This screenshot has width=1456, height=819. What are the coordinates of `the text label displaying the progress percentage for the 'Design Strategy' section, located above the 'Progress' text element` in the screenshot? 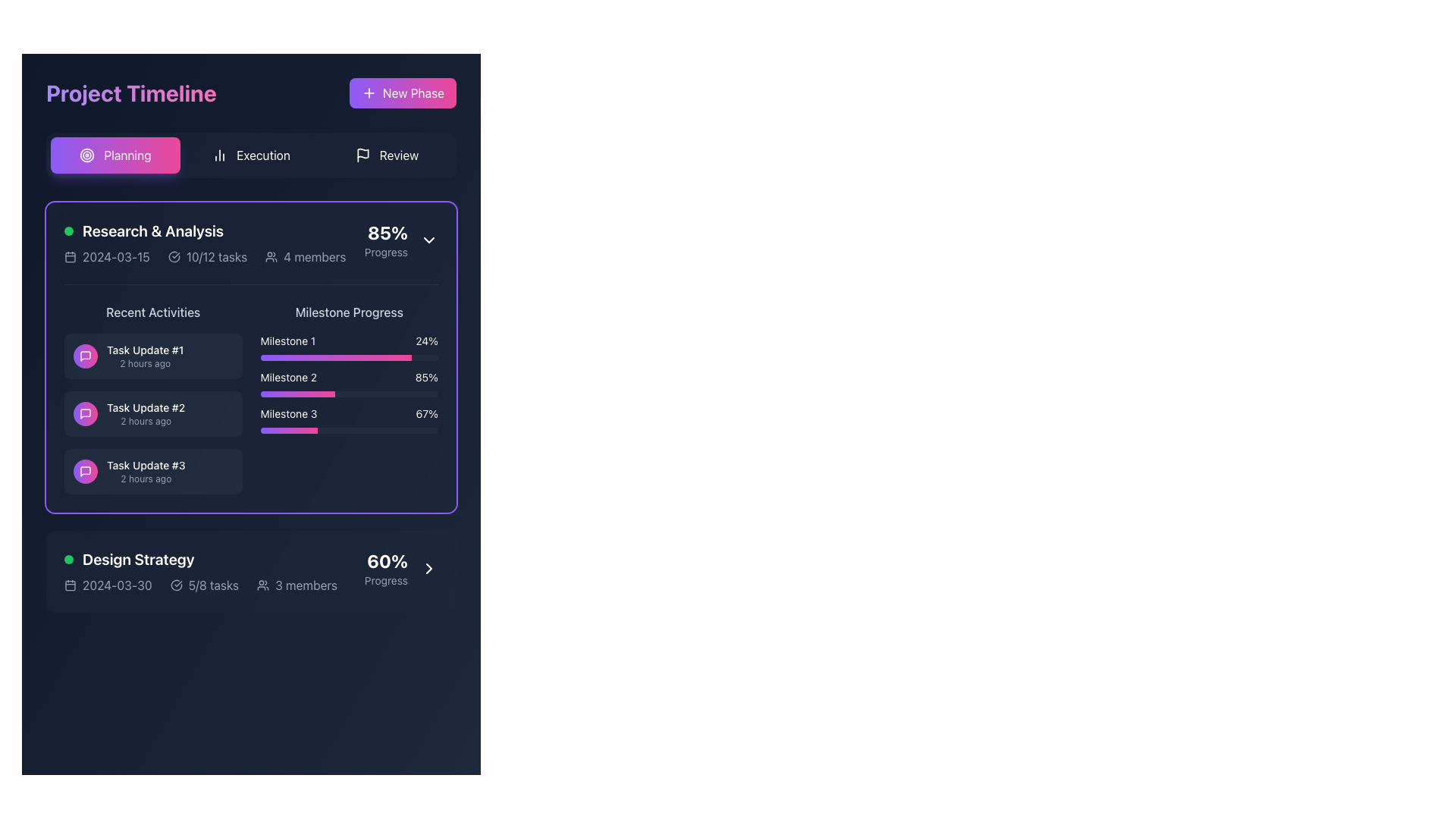 It's located at (388, 561).